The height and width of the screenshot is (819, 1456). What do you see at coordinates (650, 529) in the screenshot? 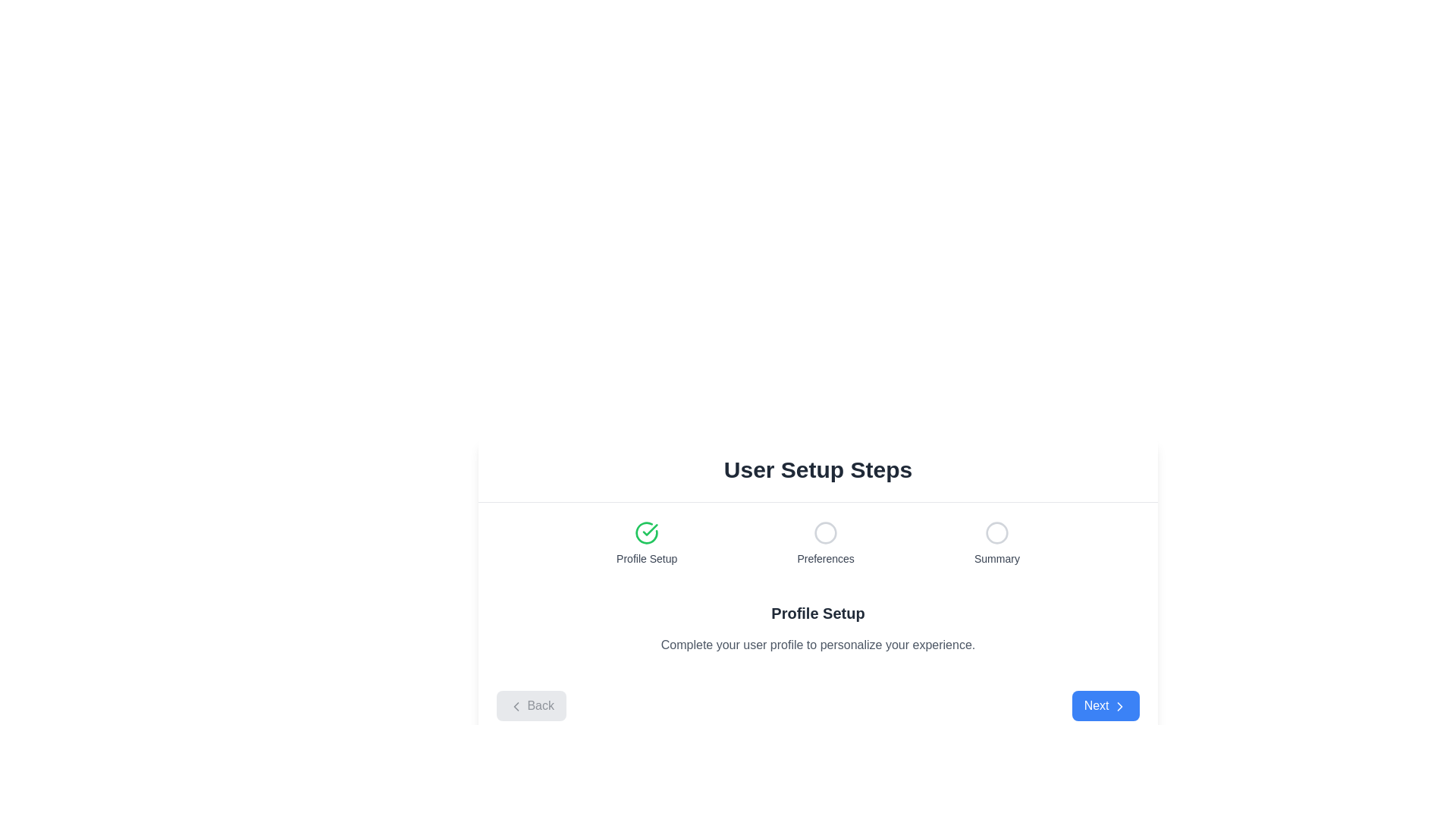
I see `the green tick mark icon within the circular 'Profile Setup' step icon, which indicates completed tasks in the user setup progress bar` at bounding box center [650, 529].